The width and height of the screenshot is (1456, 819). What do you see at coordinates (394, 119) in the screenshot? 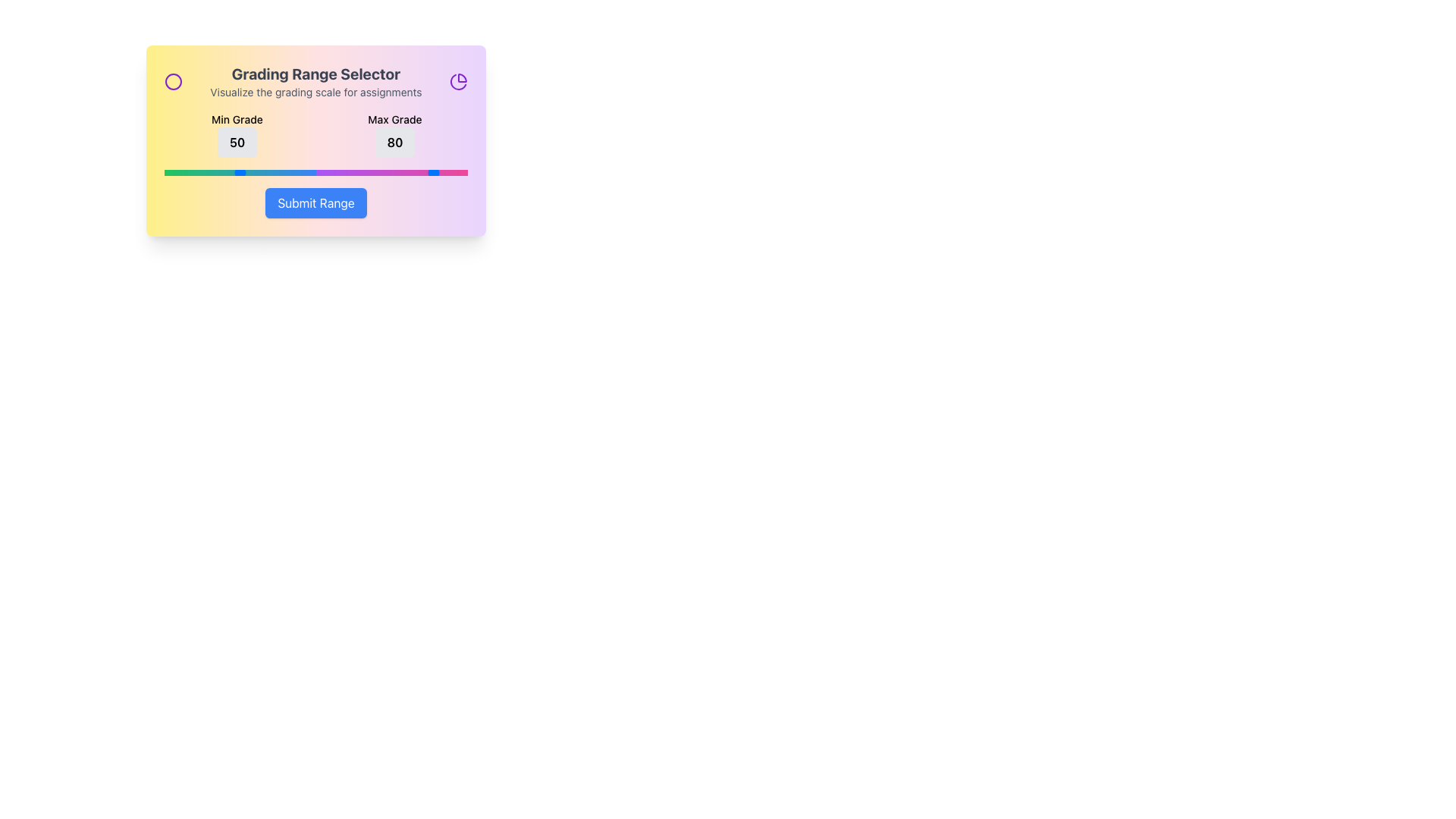
I see `the 'Max Grade' text label that is centered above the numerical box displaying '80' in the top-right portion of the 'Grading Range Selector' interactive card` at bounding box center [394, 119].